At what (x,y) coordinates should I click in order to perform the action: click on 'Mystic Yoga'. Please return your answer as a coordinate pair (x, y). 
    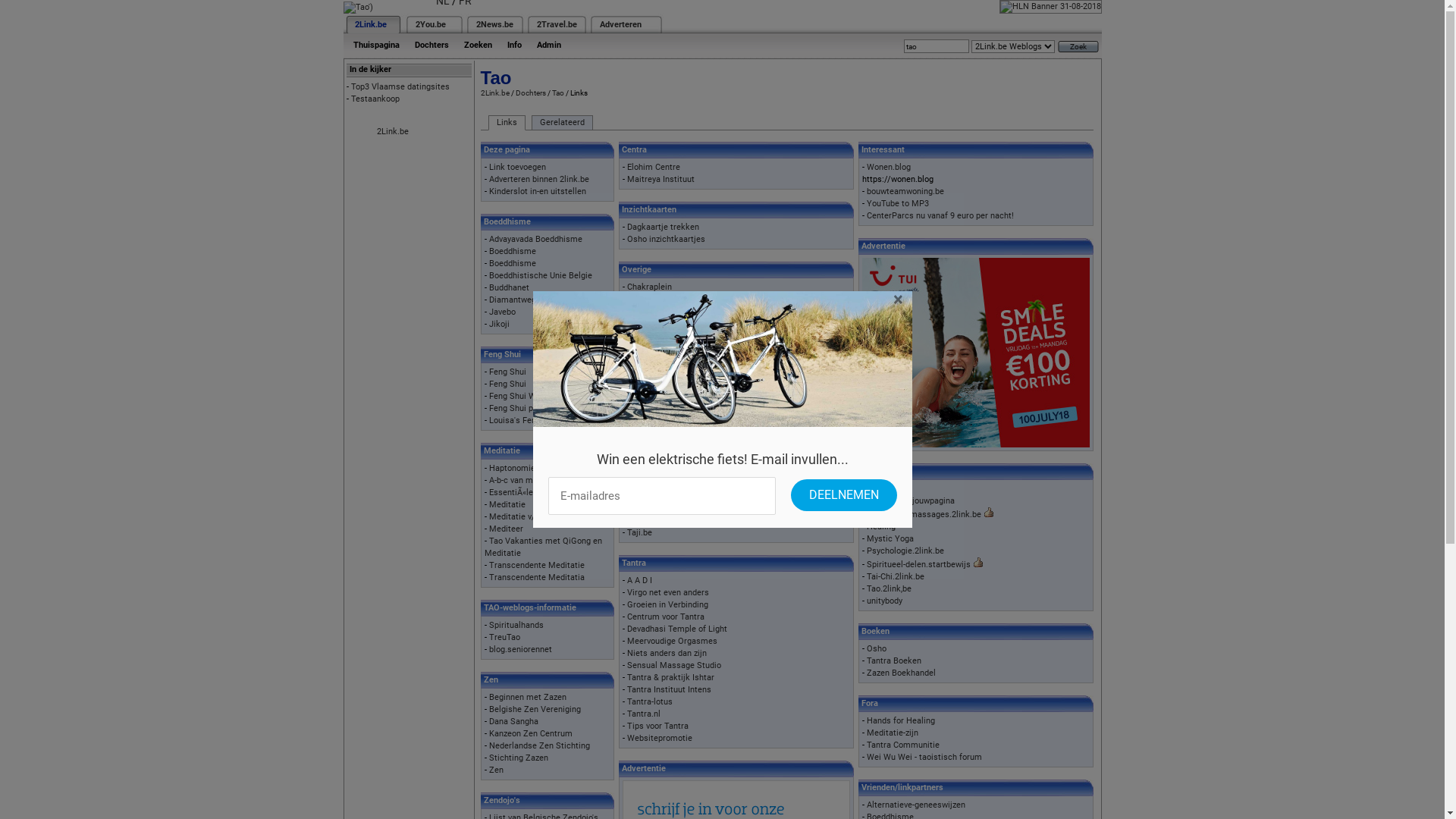
    Looking at the image, I should click on (889, 538).